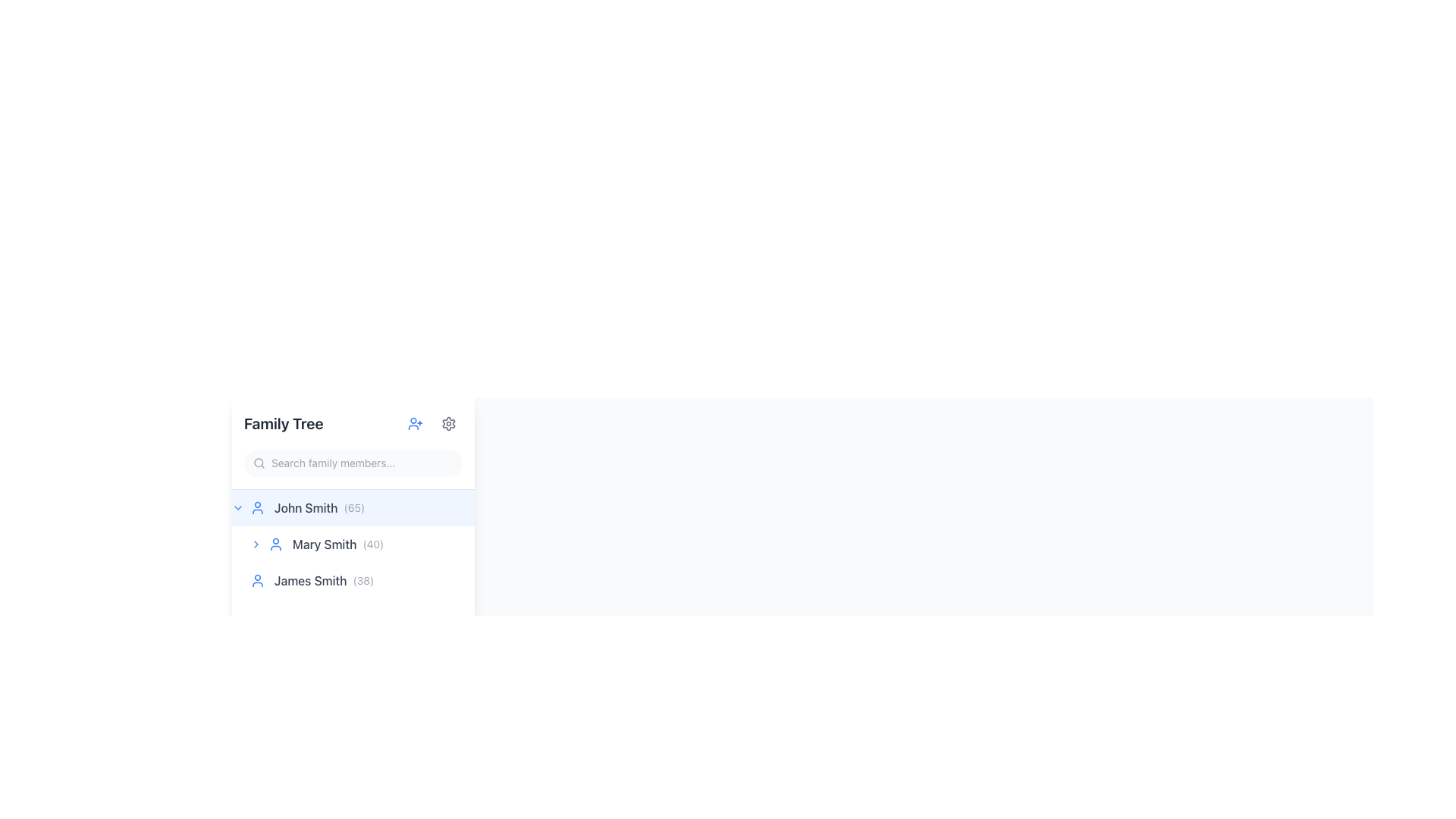 This screenshot has height=819, width=1456. What do you see at coordinates (352, 508) in the screenshot?
I see `the first list item in the family tree interface, which contains the name 'John Smith' and a blue user icon` at bounding box center [352, 508].